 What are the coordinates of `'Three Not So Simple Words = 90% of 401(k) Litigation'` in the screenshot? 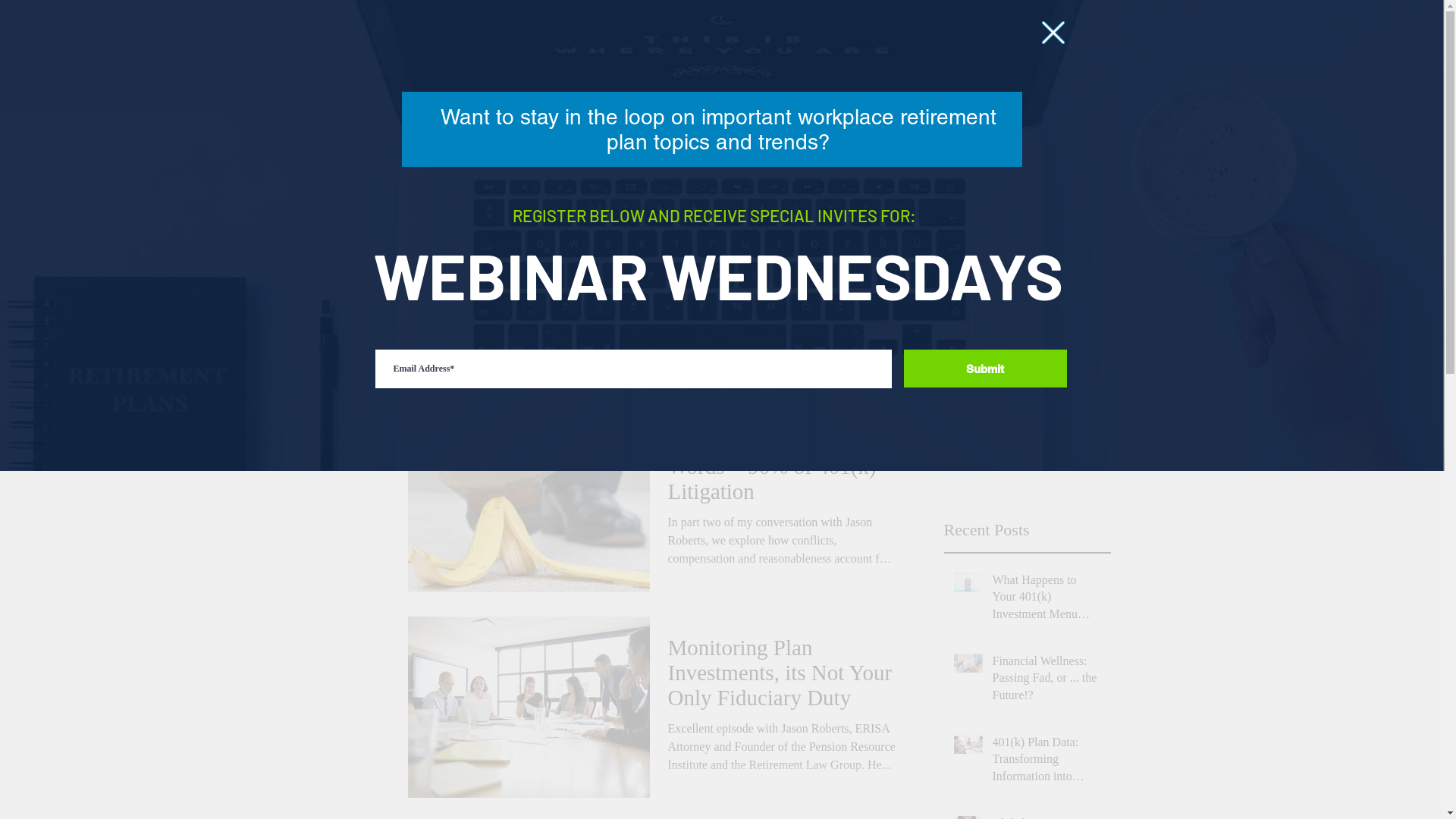 It's located at (782, 470).